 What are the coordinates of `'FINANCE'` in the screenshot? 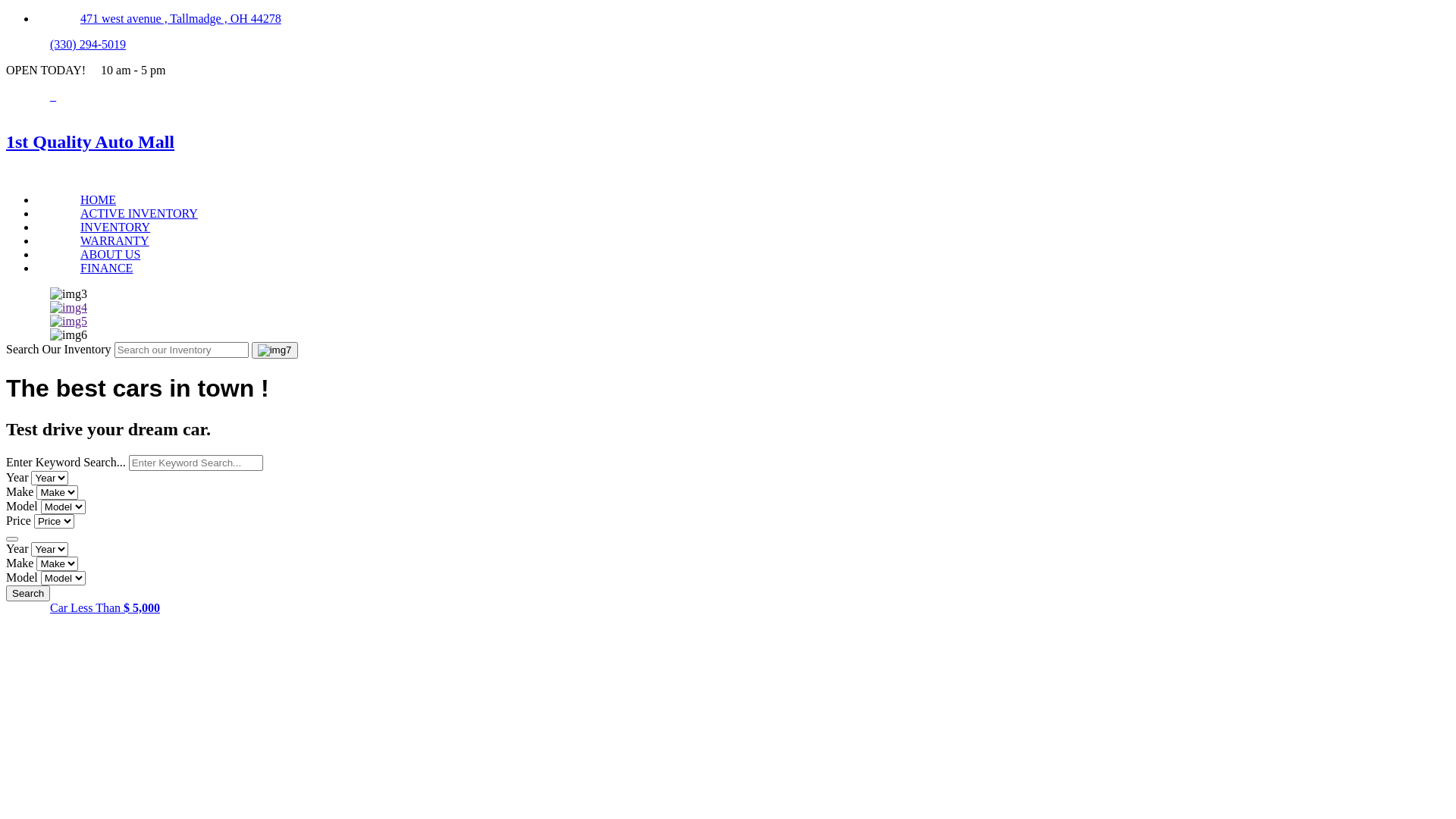 It's located at (105, 267).